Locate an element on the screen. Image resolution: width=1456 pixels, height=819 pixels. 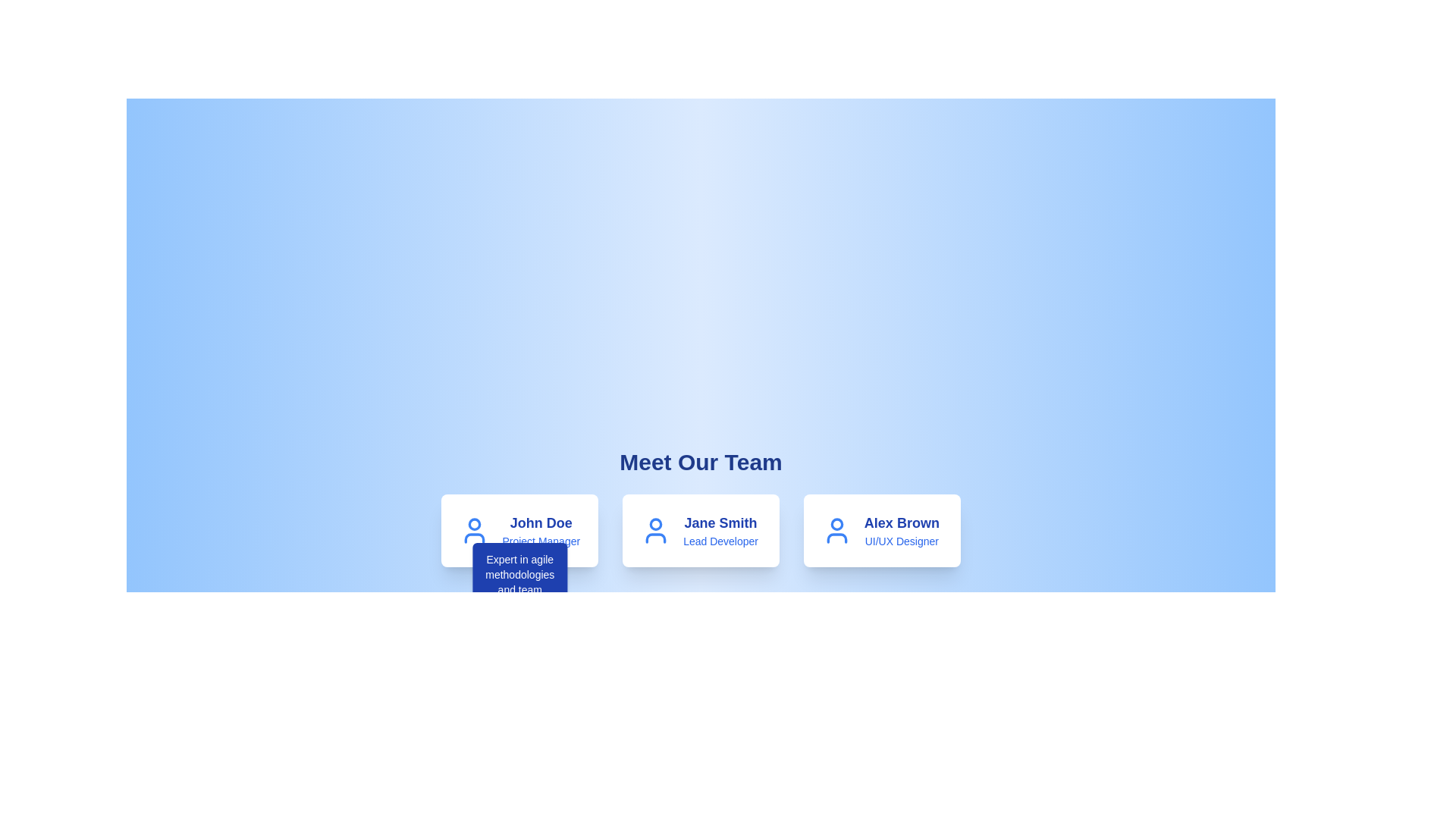
the text display showing 'John Doe' and 'Project Manager' in the first card under 'Meet Our Team' is located at coordinates (541, 529).